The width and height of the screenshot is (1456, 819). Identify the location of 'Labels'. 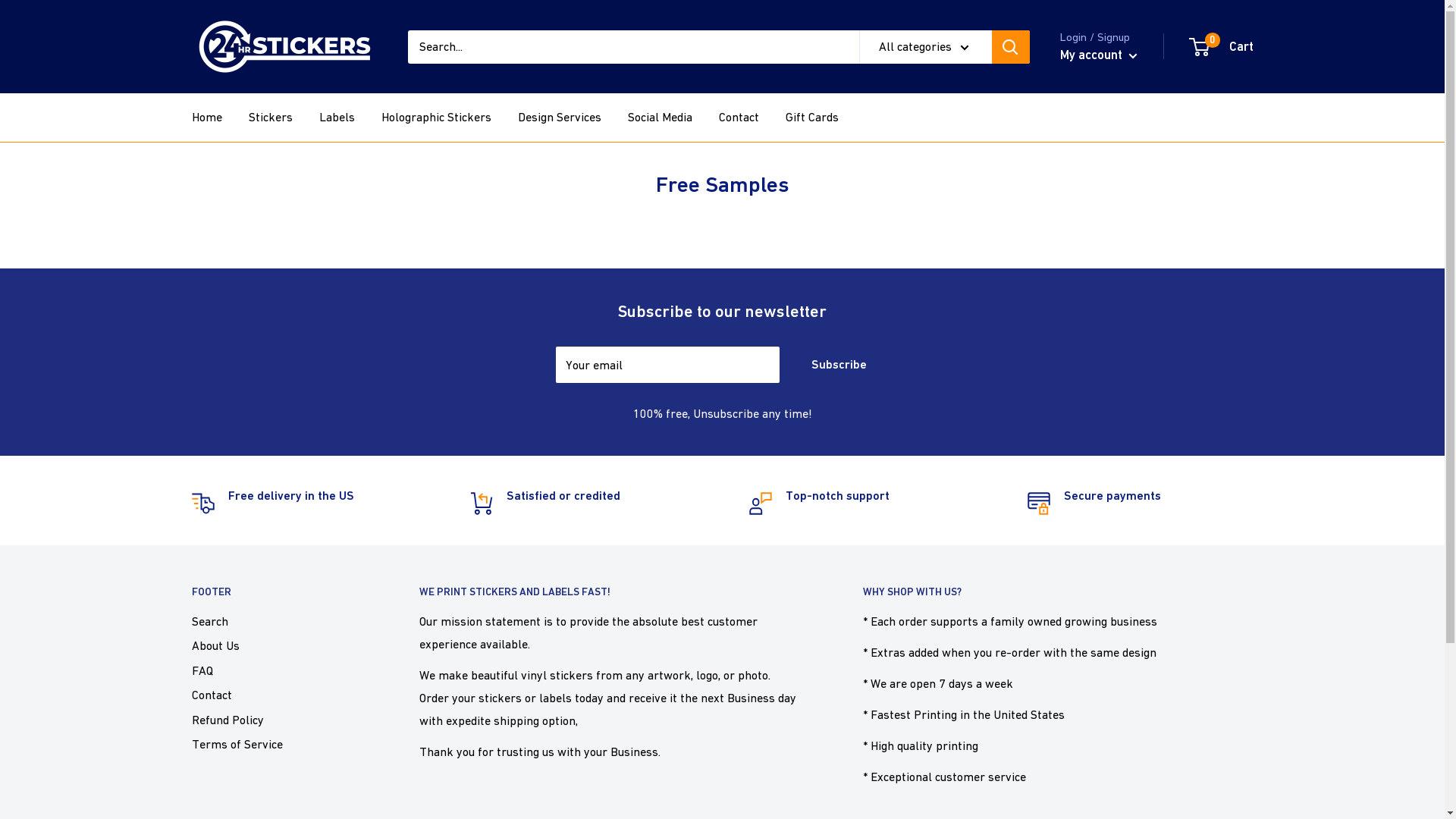
(335, 116).